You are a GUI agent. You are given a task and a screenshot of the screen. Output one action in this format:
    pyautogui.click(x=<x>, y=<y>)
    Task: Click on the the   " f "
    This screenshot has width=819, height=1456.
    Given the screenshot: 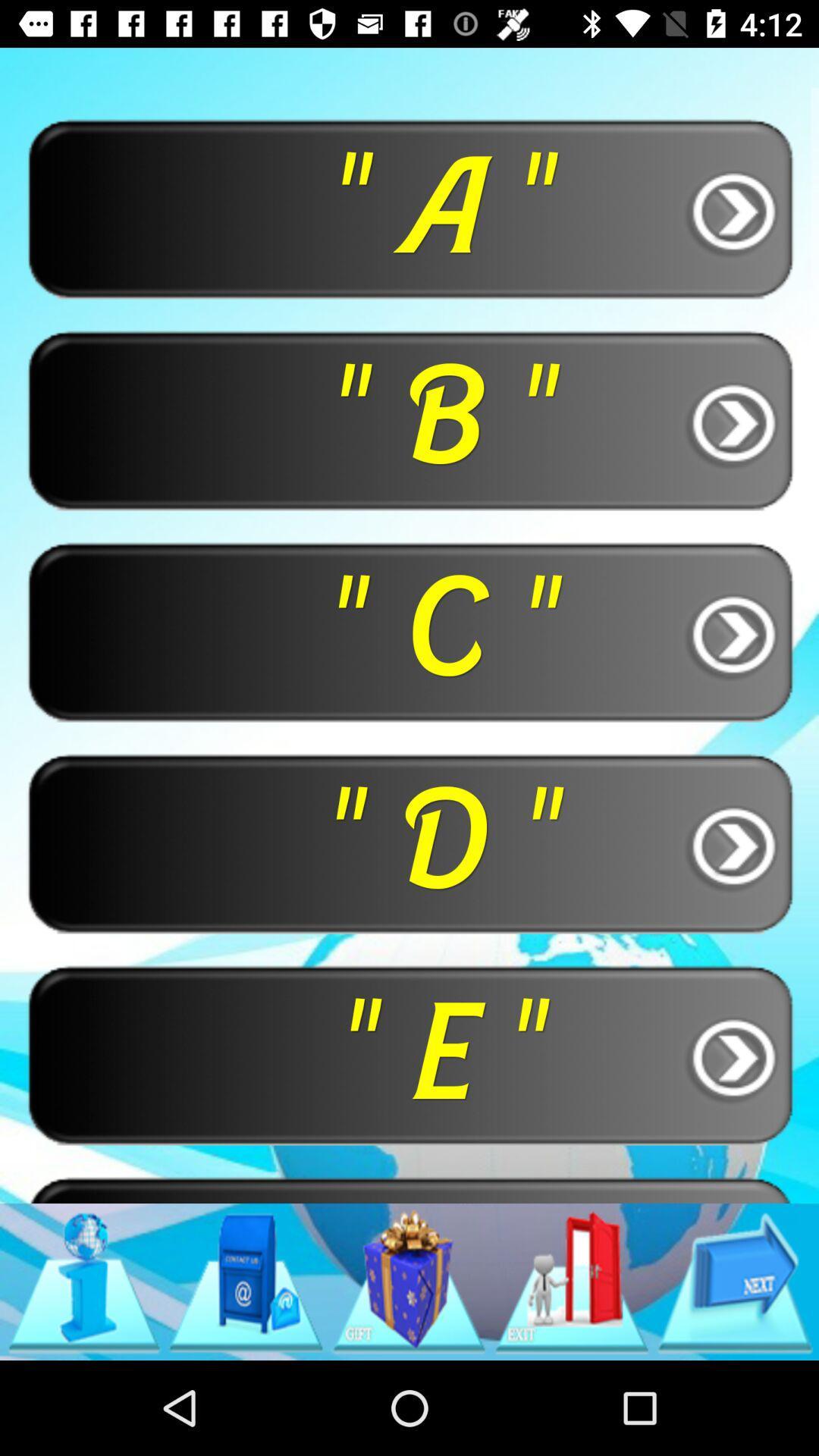 What is the action you would take?
    pyautogui.click(x=409, y=1188)
    